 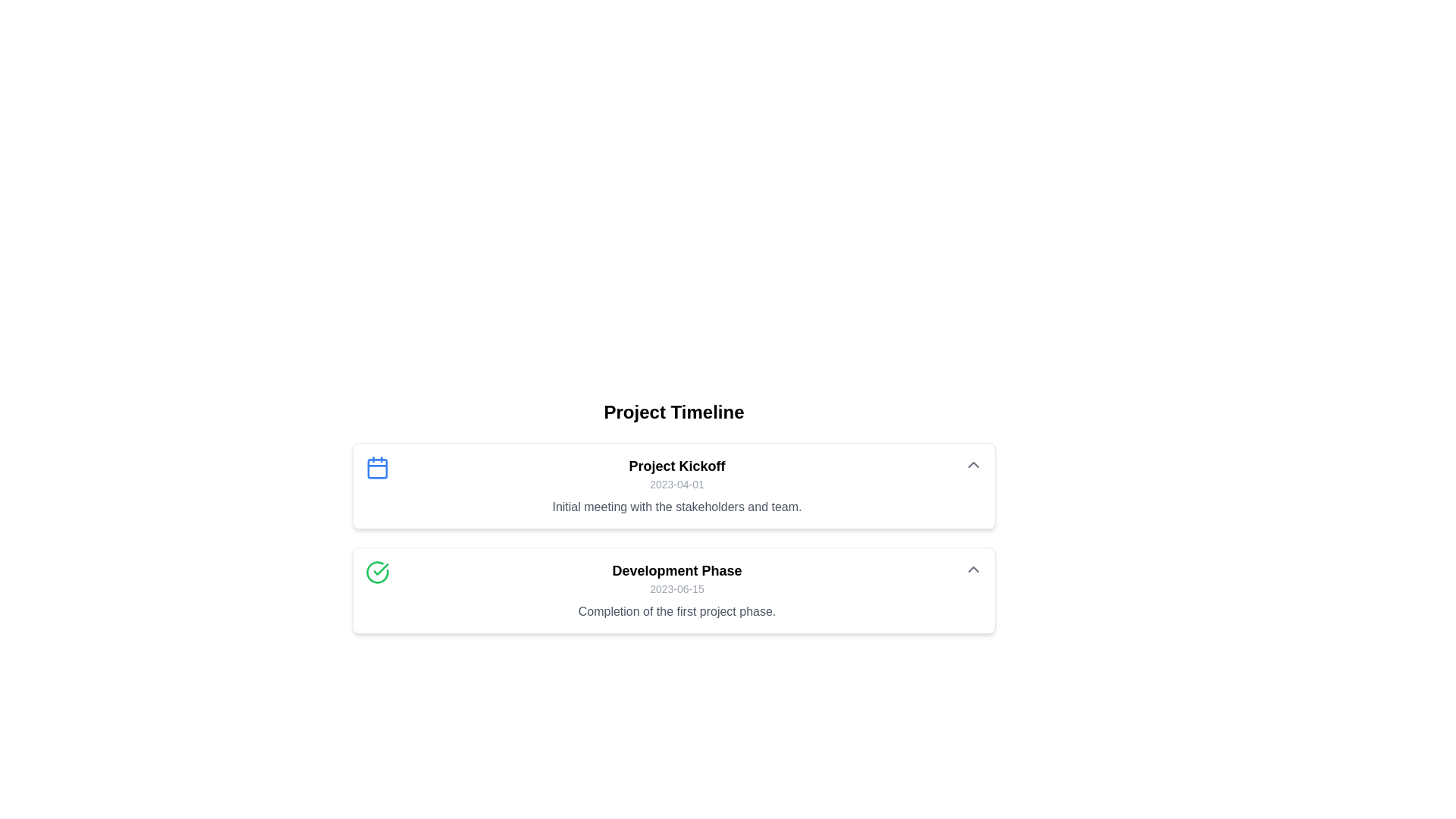 What do you see at coordinates (676, 485) in the screenshot?
I see `the Text Panel displaying the event titled 'Project Kickoff' in the project timeline, which includes the date and description of the event` at bounding box center [676, 485].